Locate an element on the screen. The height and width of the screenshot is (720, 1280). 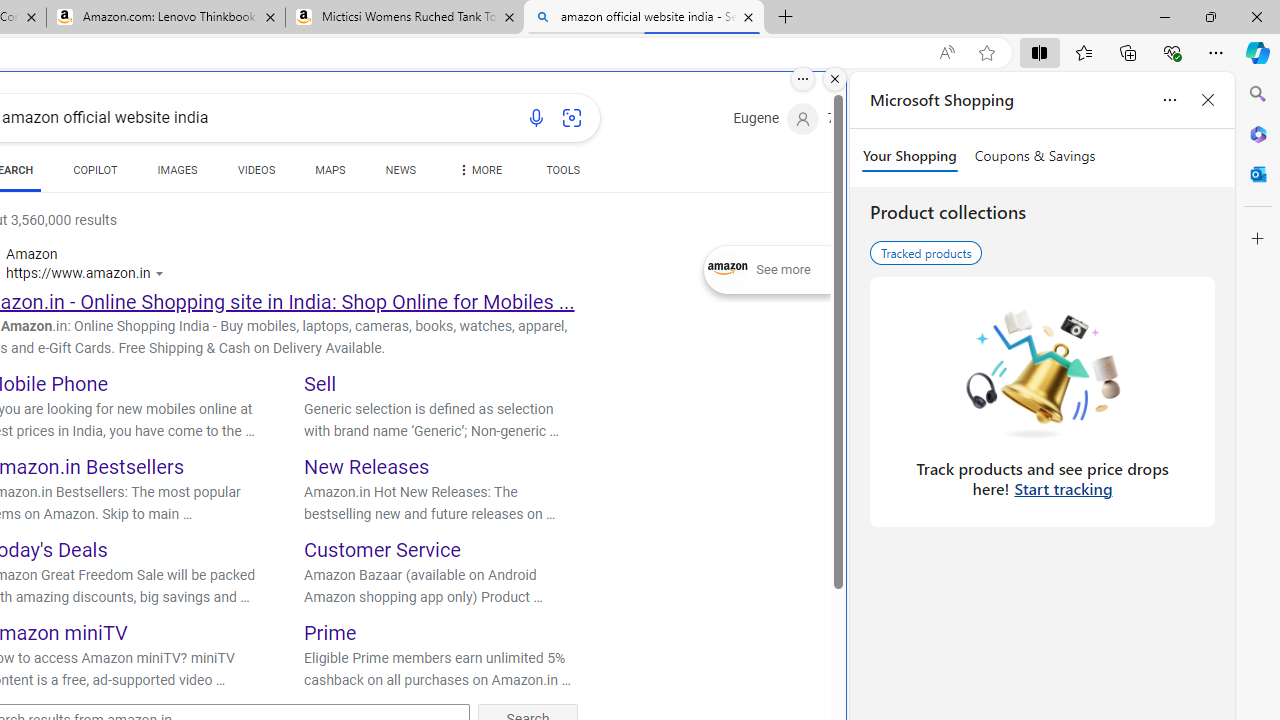
'COPILOT' is located at coordinates (94, 170).